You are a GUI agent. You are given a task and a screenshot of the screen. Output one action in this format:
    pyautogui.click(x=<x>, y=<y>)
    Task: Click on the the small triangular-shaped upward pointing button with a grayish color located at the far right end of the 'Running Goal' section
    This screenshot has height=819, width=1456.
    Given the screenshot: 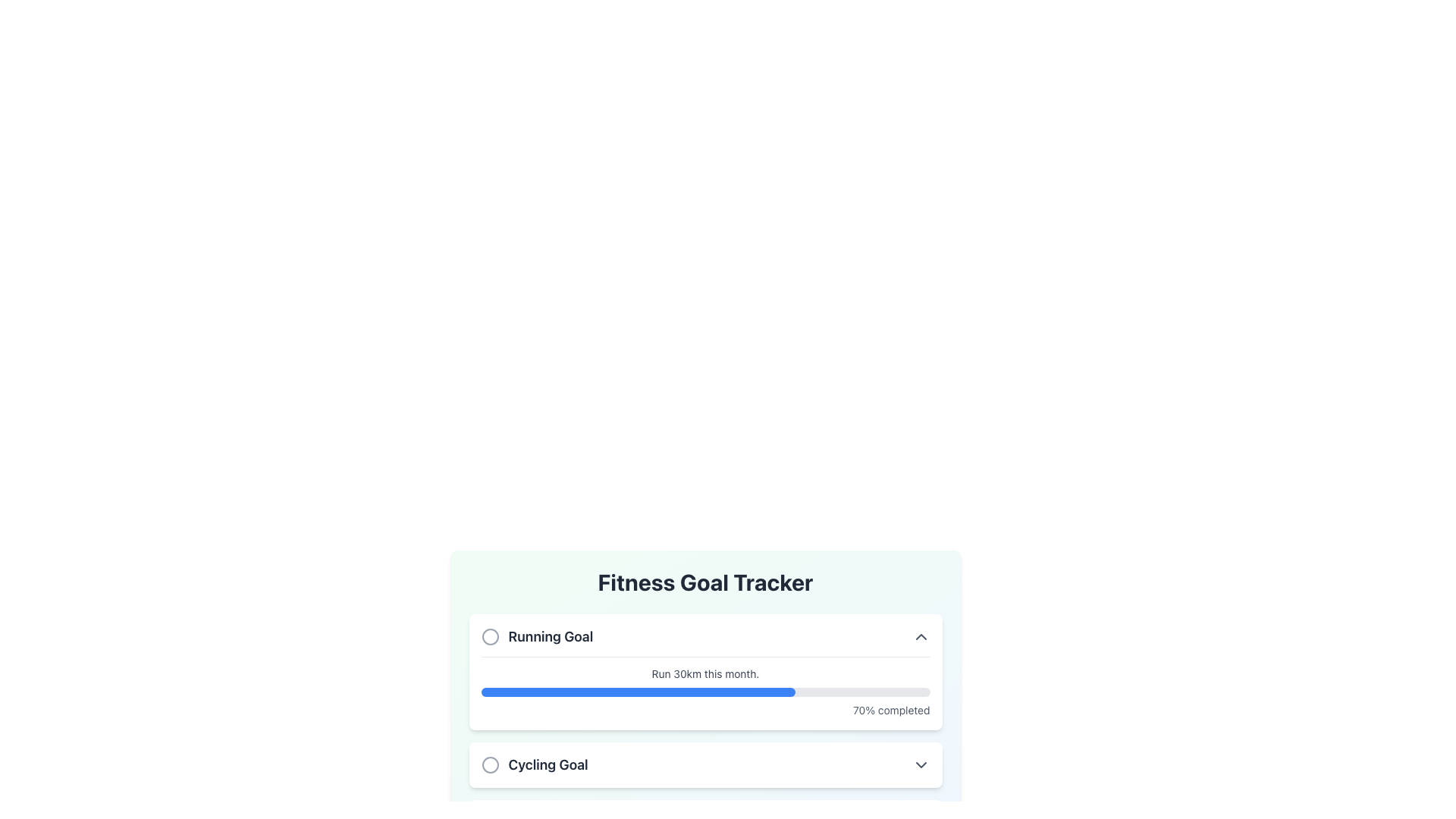 What is the action you would take?
    pyautogui.click(x=920, y=637)
    